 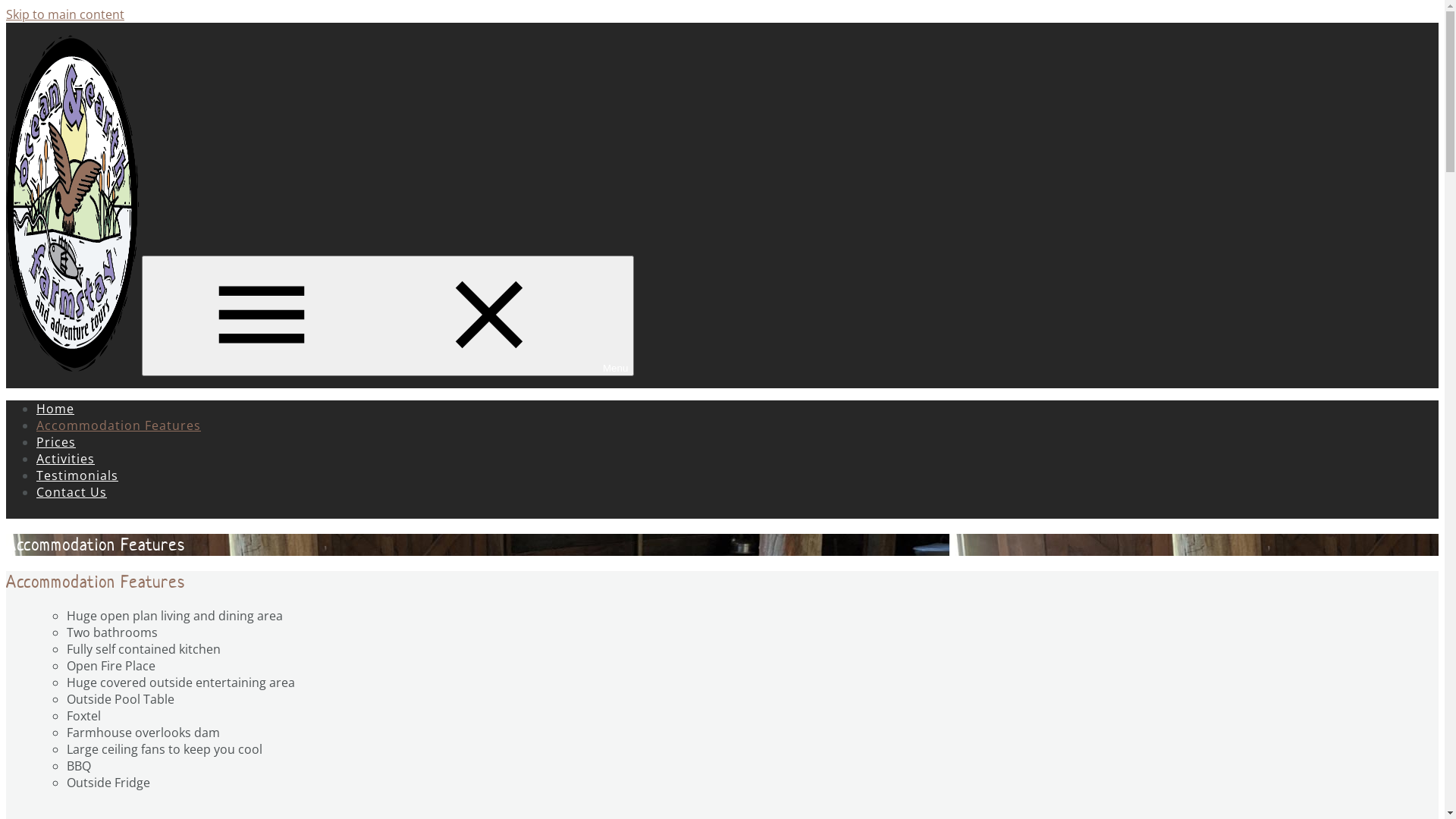 What do you see at coordinates (64, 14) in the screenshot?
I see `'Skip to main content'` at bounding box center [64, 14].